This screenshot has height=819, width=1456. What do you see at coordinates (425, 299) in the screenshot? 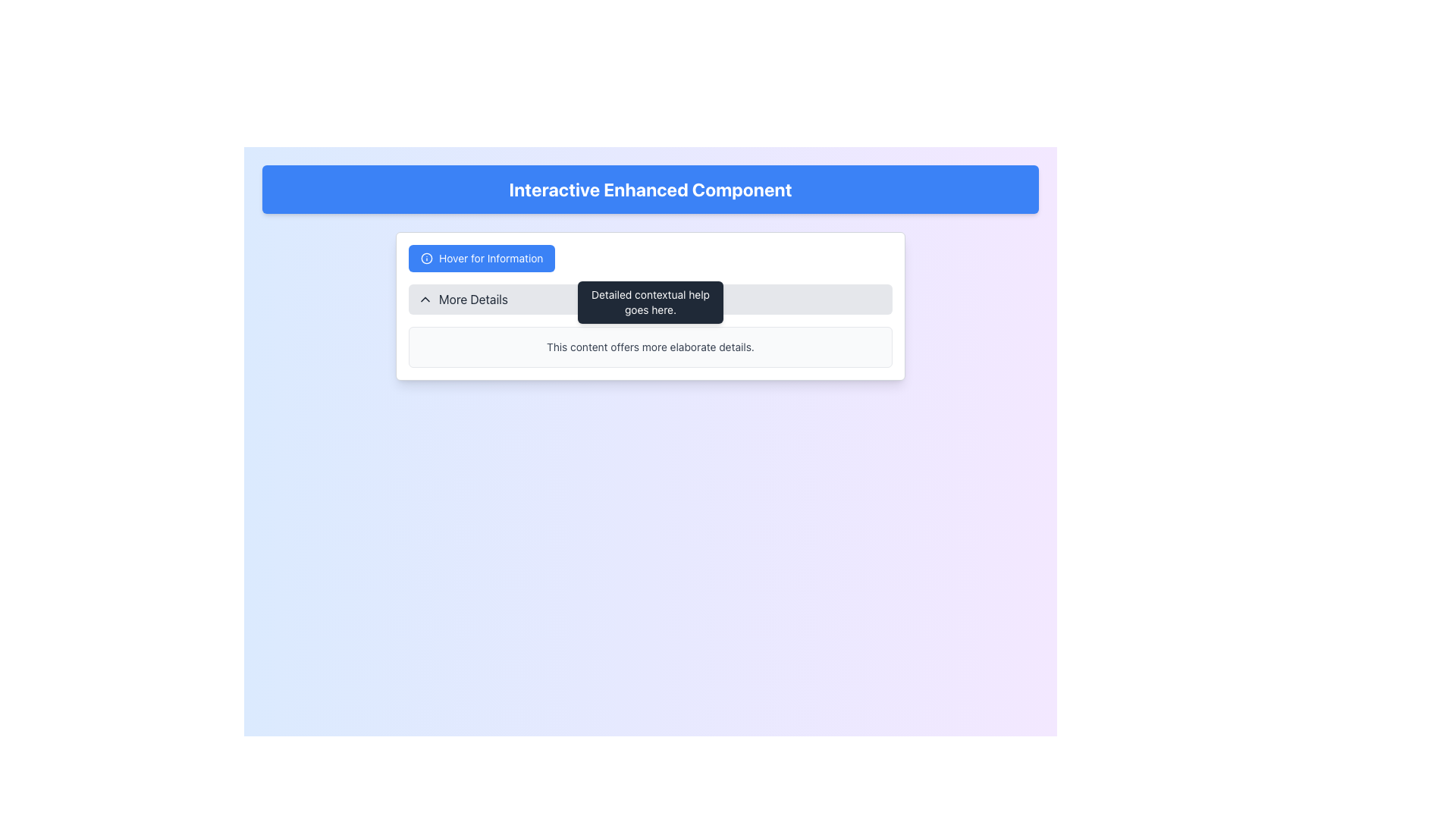
I see `the visual changes of the chevron icon located to the left of the 'More Details' text label within the button structure` at bounding box center [425, 299].